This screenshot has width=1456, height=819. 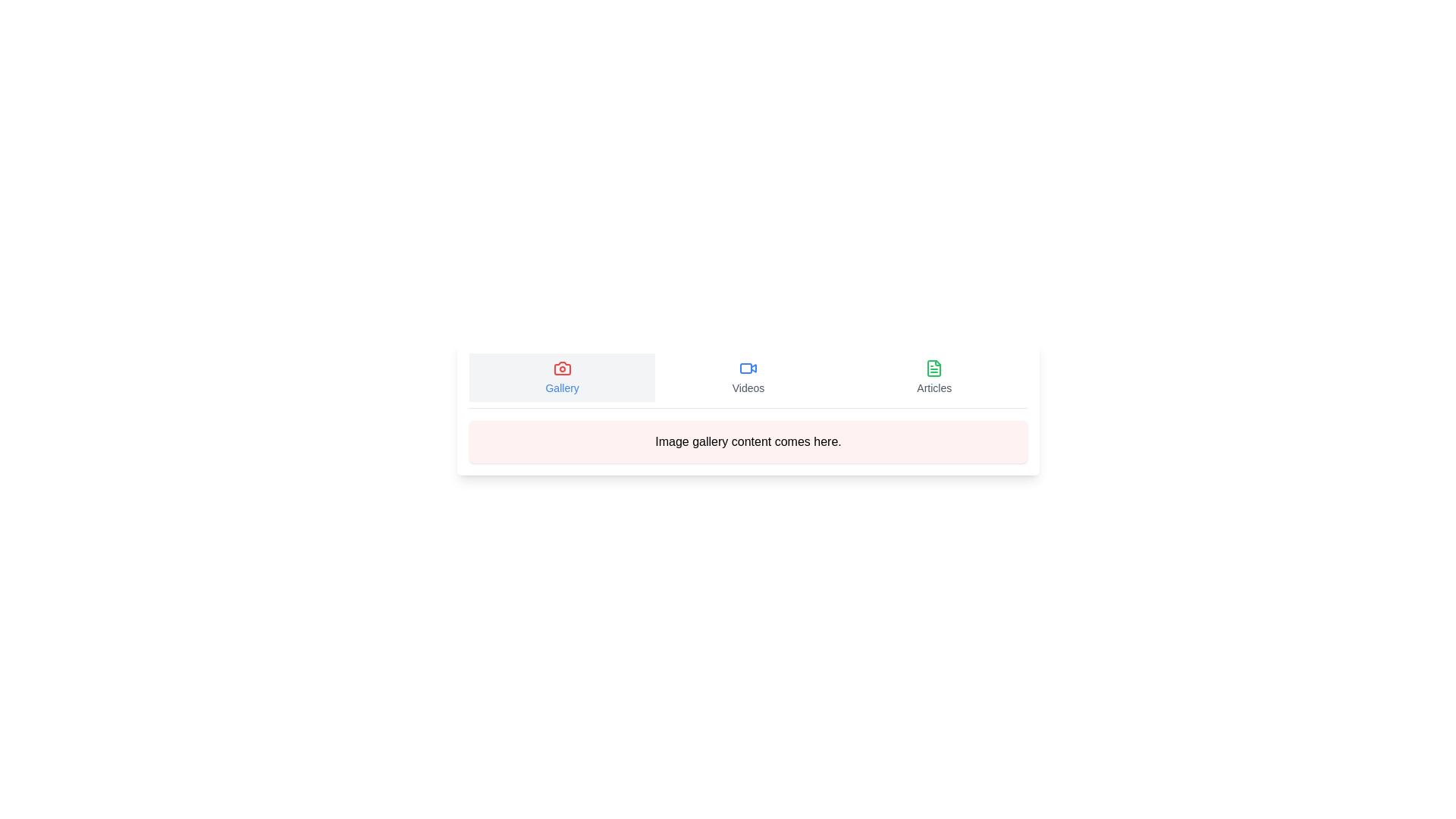 I want to click on the Articles tab by clicking on its button, so click(x=934, y=376).